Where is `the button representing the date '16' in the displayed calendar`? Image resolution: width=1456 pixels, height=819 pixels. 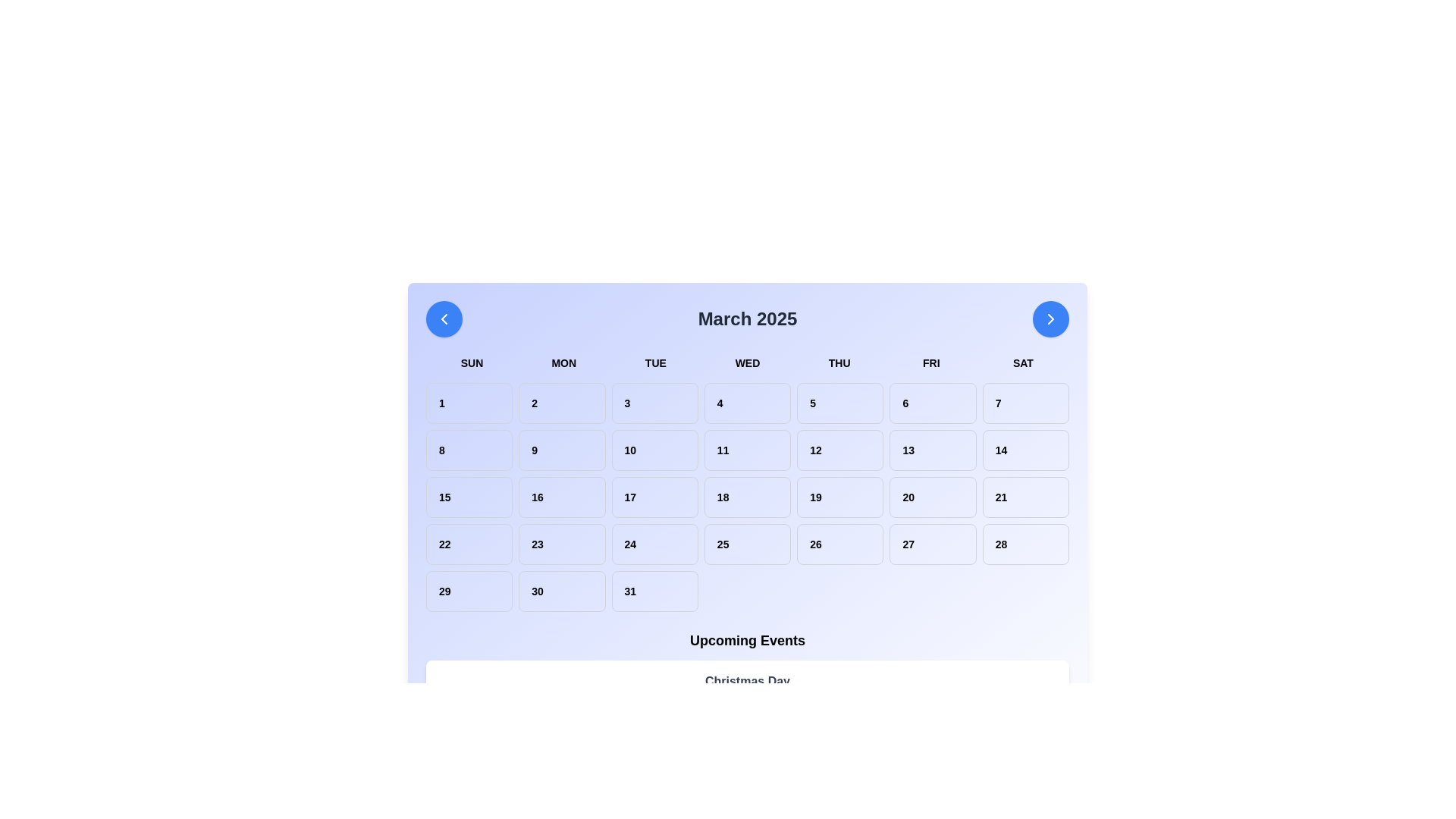 the button representing the date '16' in the displayed calendar is located at coordinates (561, 497).